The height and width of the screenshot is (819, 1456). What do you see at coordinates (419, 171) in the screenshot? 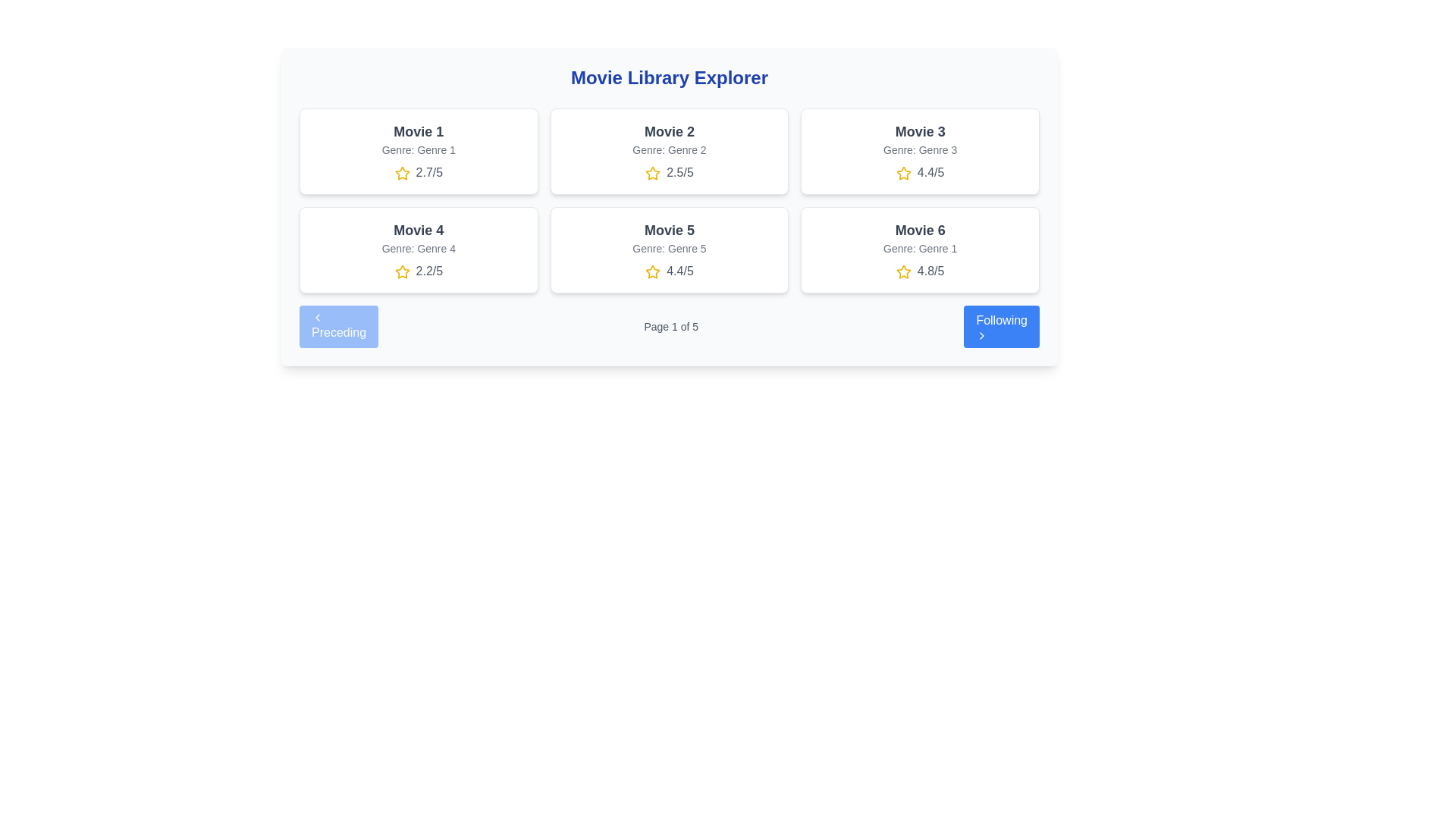
I see `the static text displaying the movie rating located at the bottom of the 'Movie 1' card, directly below the genre text 'Genre: Genre 1'` at bounding box center [419, 171].